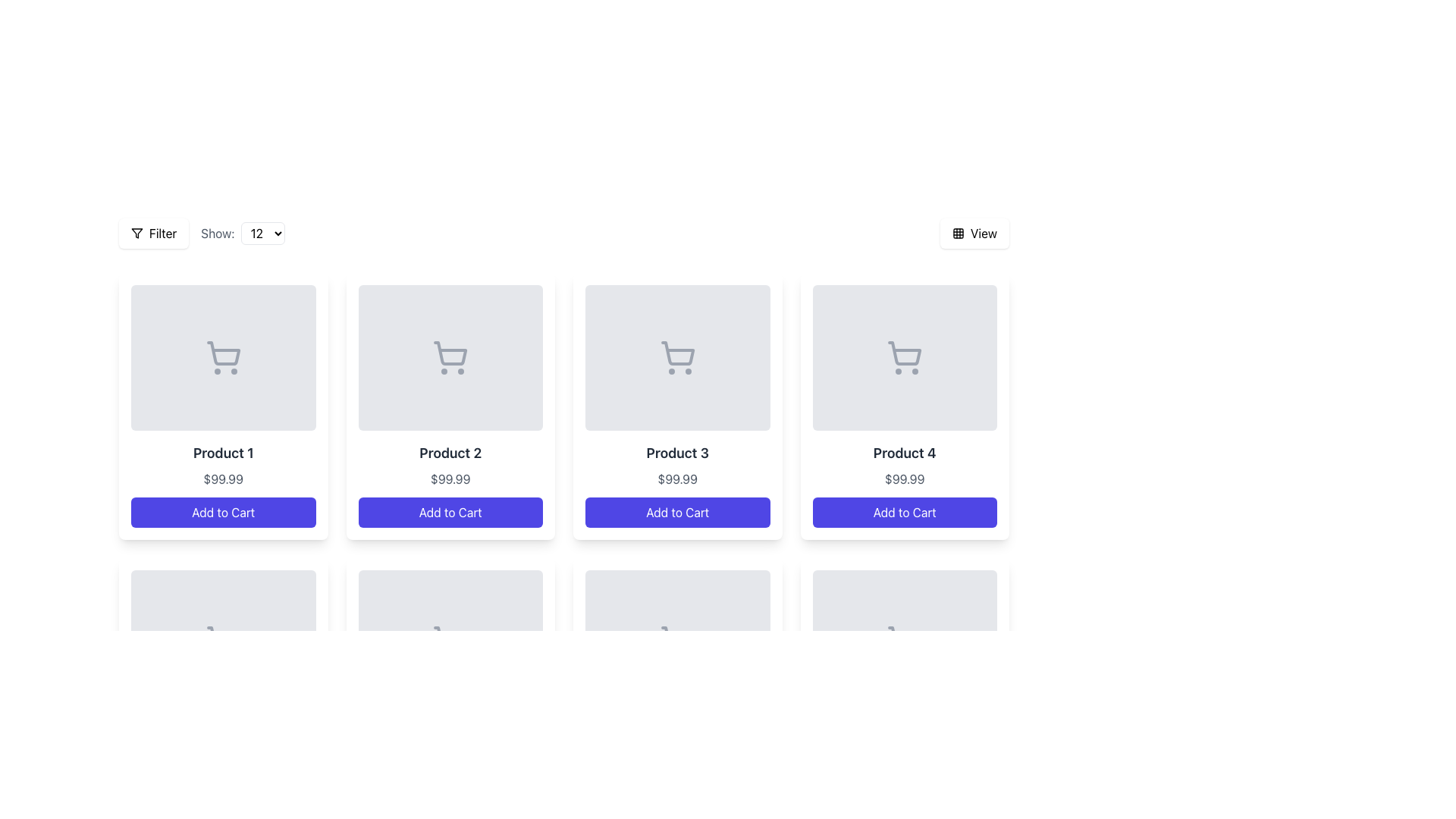  I want to click on the Text Label displaying the product name in the first row and second column of the product grid, located above the price ('$99.99'), so click(450, 452).